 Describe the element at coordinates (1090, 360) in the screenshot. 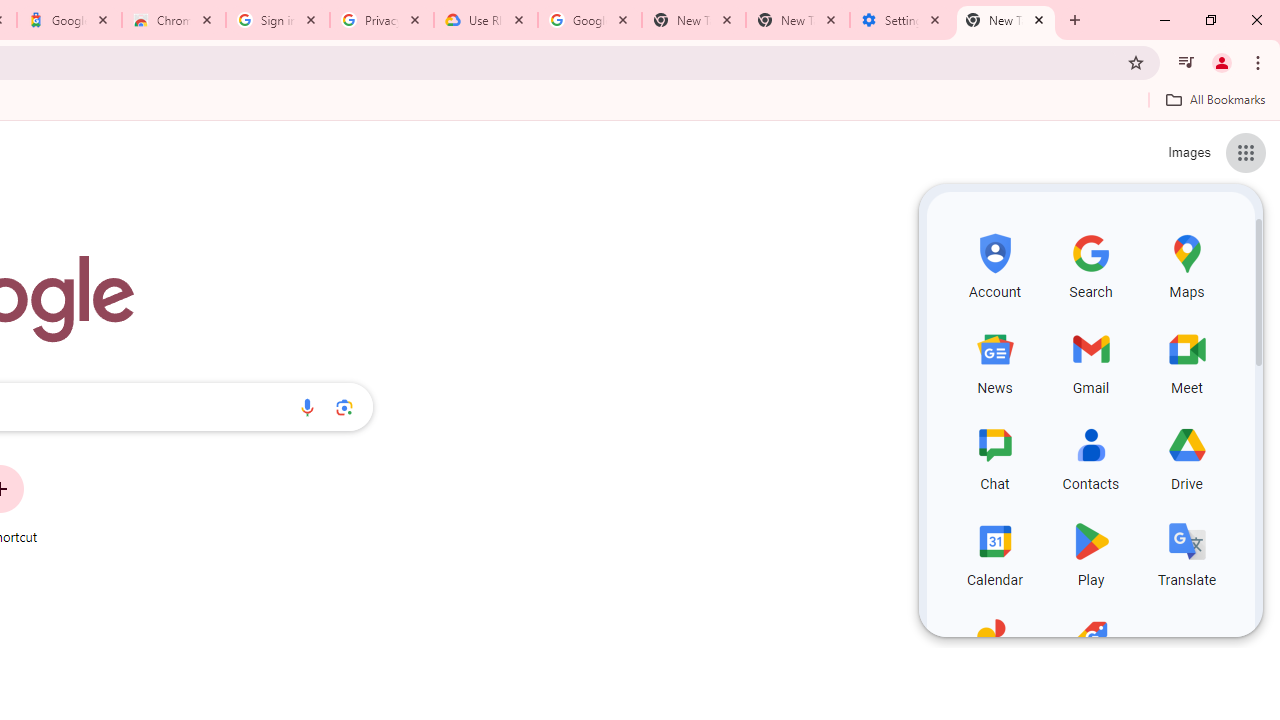

I see `'Gmail, row 2 of 5 and column 2 of 3 in the first section'` at that location.